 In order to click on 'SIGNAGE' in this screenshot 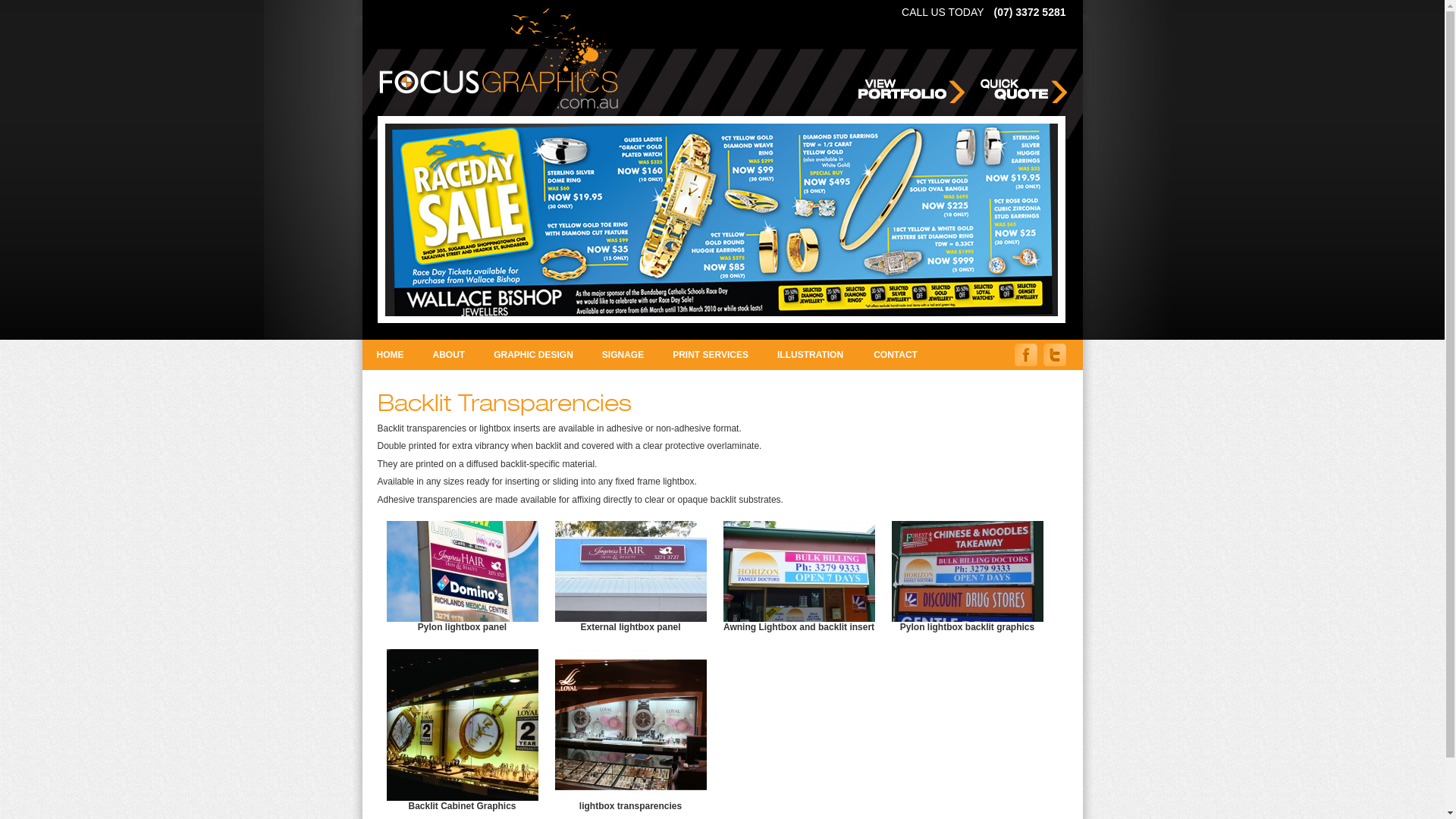, I will do `click(623, 354)`.